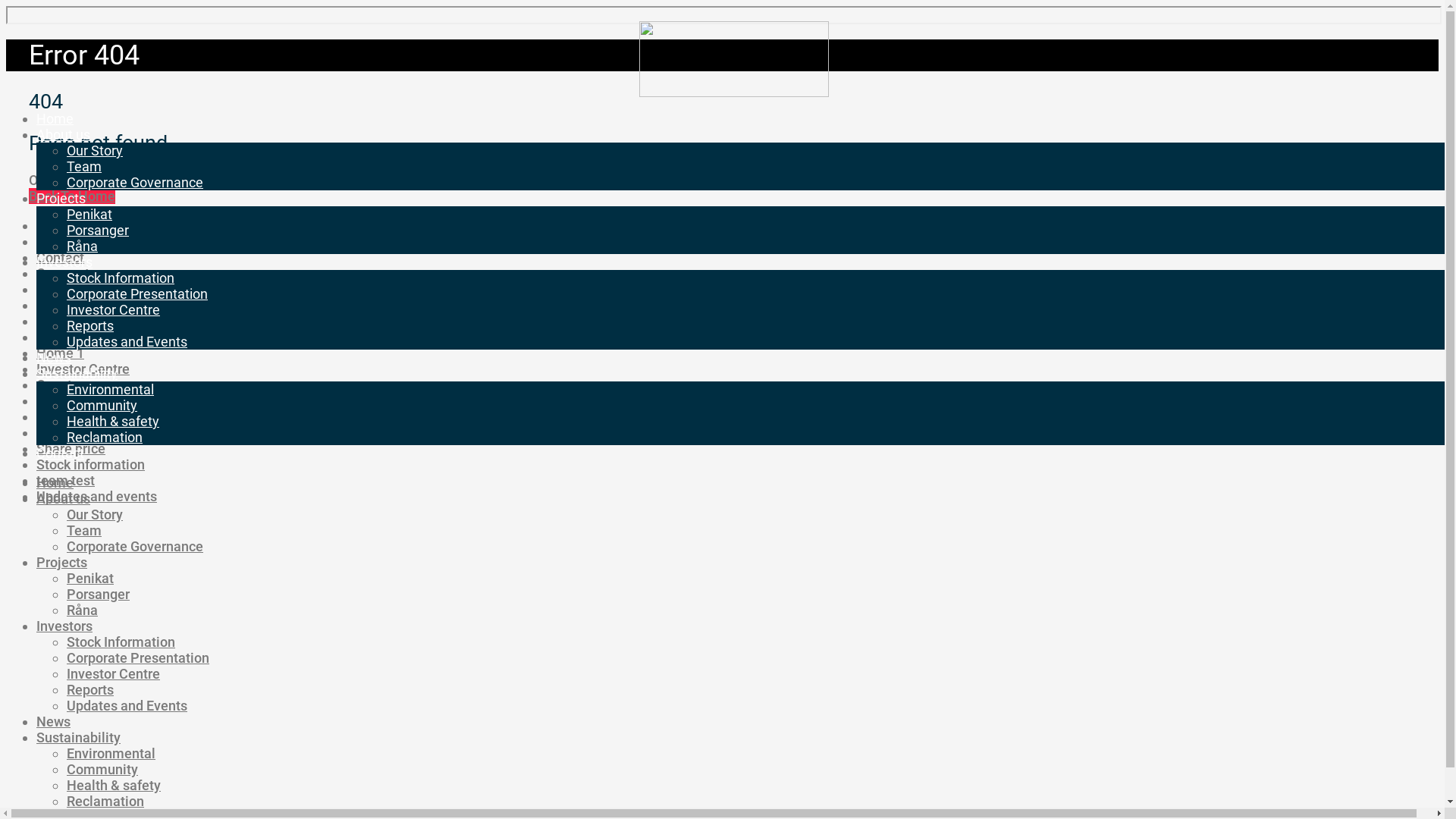 The image size is (1456, 819). Describe the element at coordinates (89, 578) in the screenshot. I see `'Penikat'` at that location.